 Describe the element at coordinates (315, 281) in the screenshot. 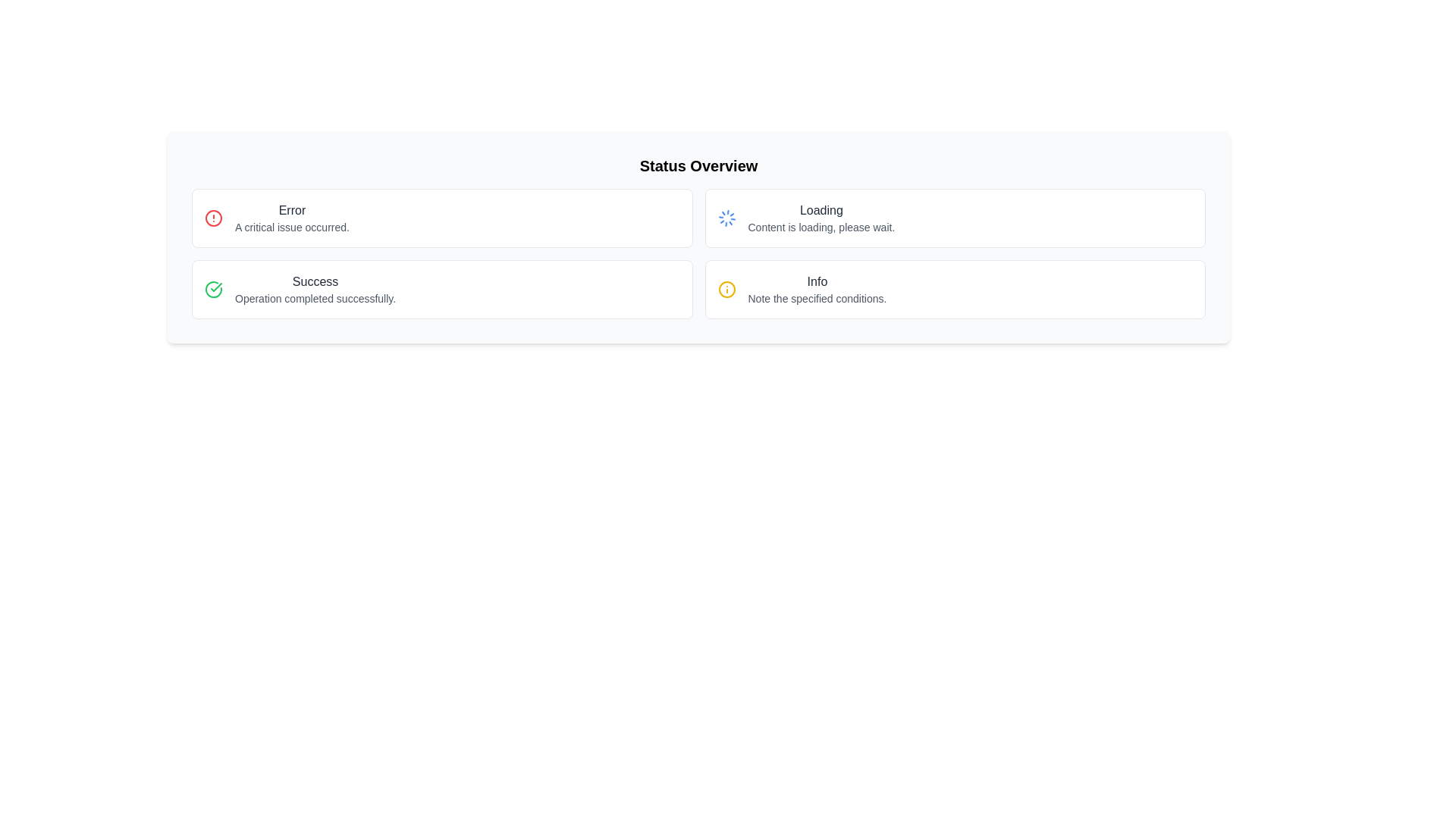

I see `the 'Success' text element displayed in a medium-sized font with dark gray color, located above the descriptive text 'Operation completed successfully.'` at that location.